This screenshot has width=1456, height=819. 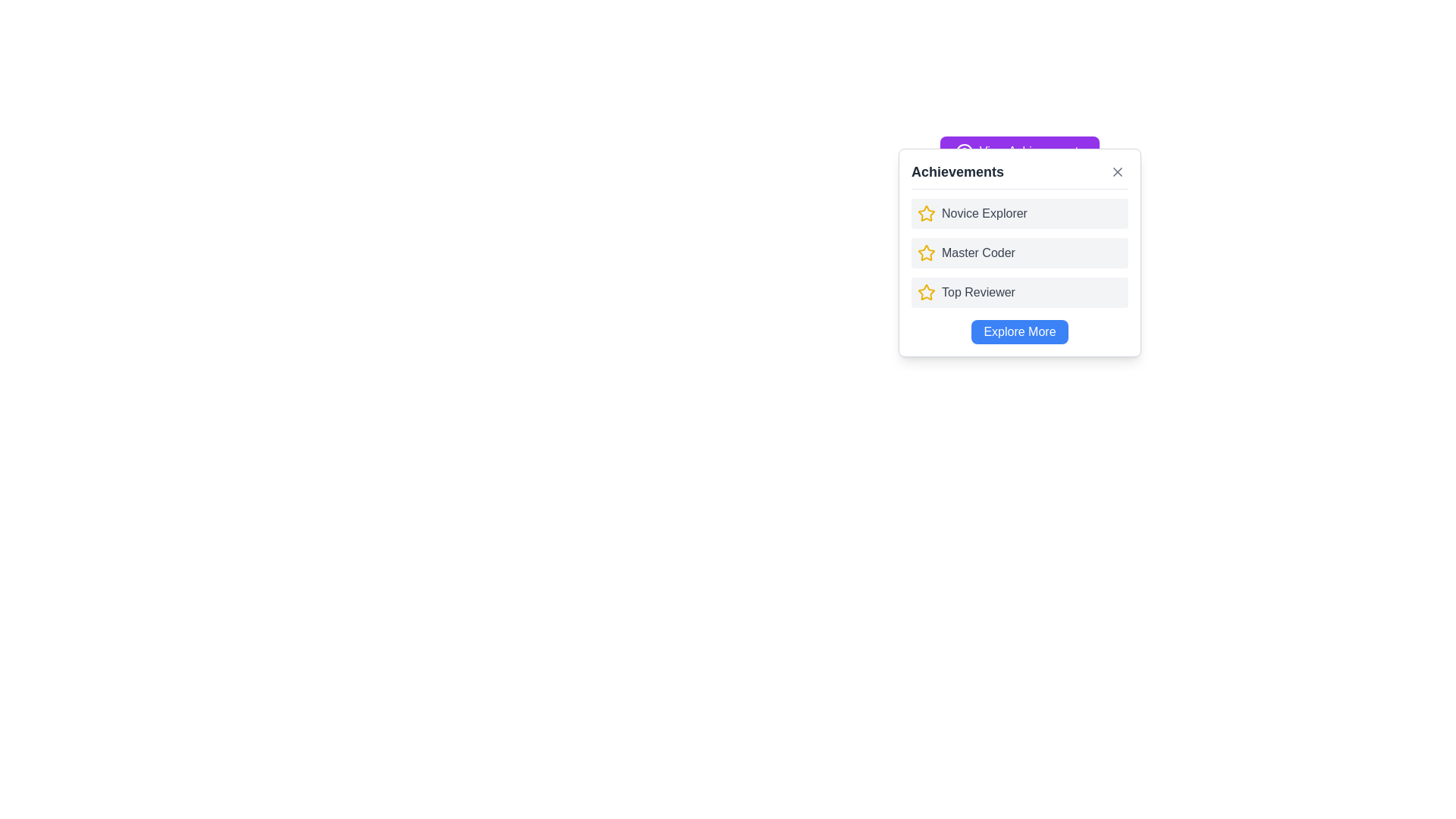 What do you see at coordinates (963, 152) in the screenshot?
I see `the outer circle of the user avatar in the top left corner of the popup interface` at bounding box center [963, 152].